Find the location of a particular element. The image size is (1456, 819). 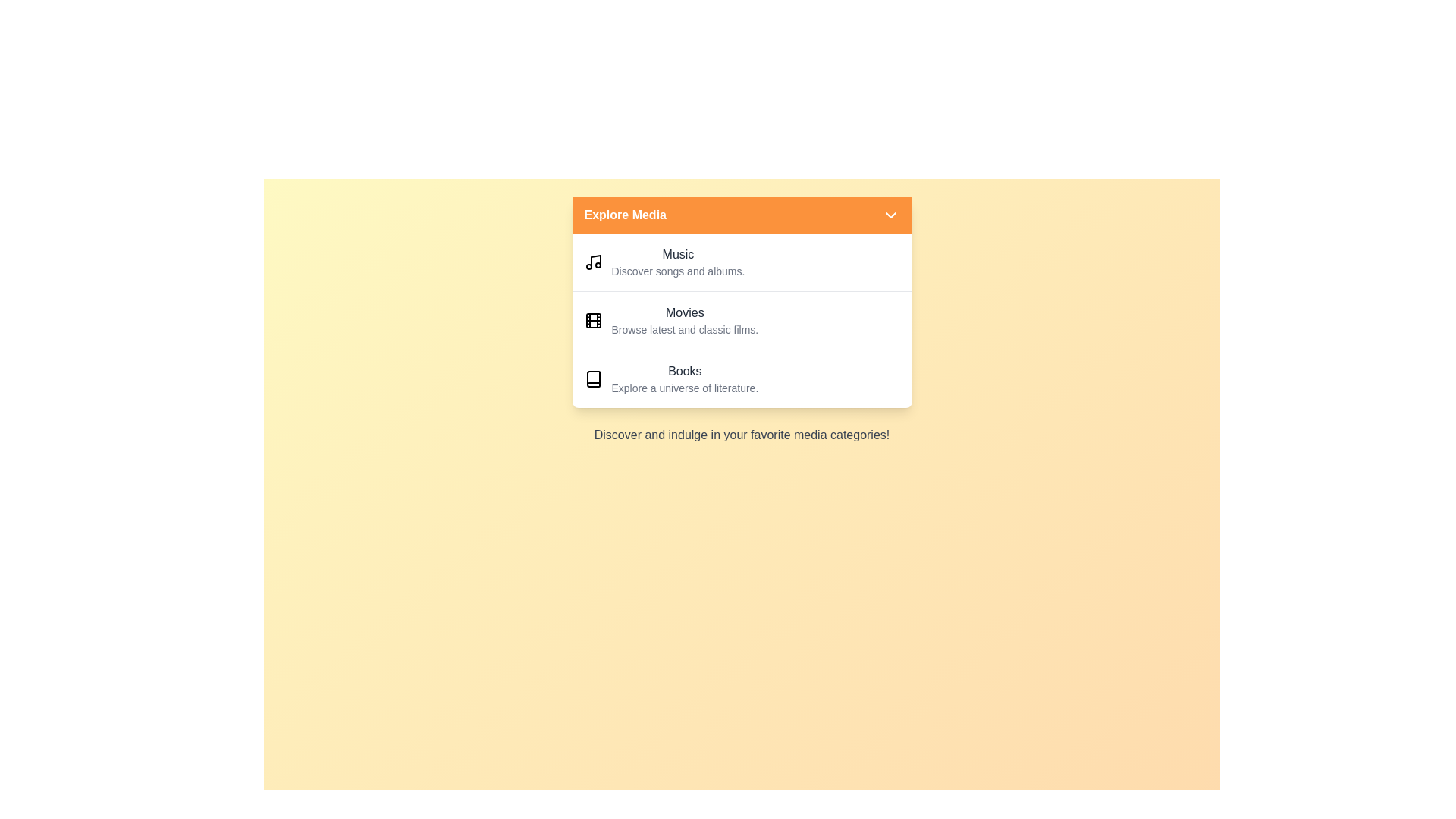

the icon representing the Books category is located at coordinates (592, 378).